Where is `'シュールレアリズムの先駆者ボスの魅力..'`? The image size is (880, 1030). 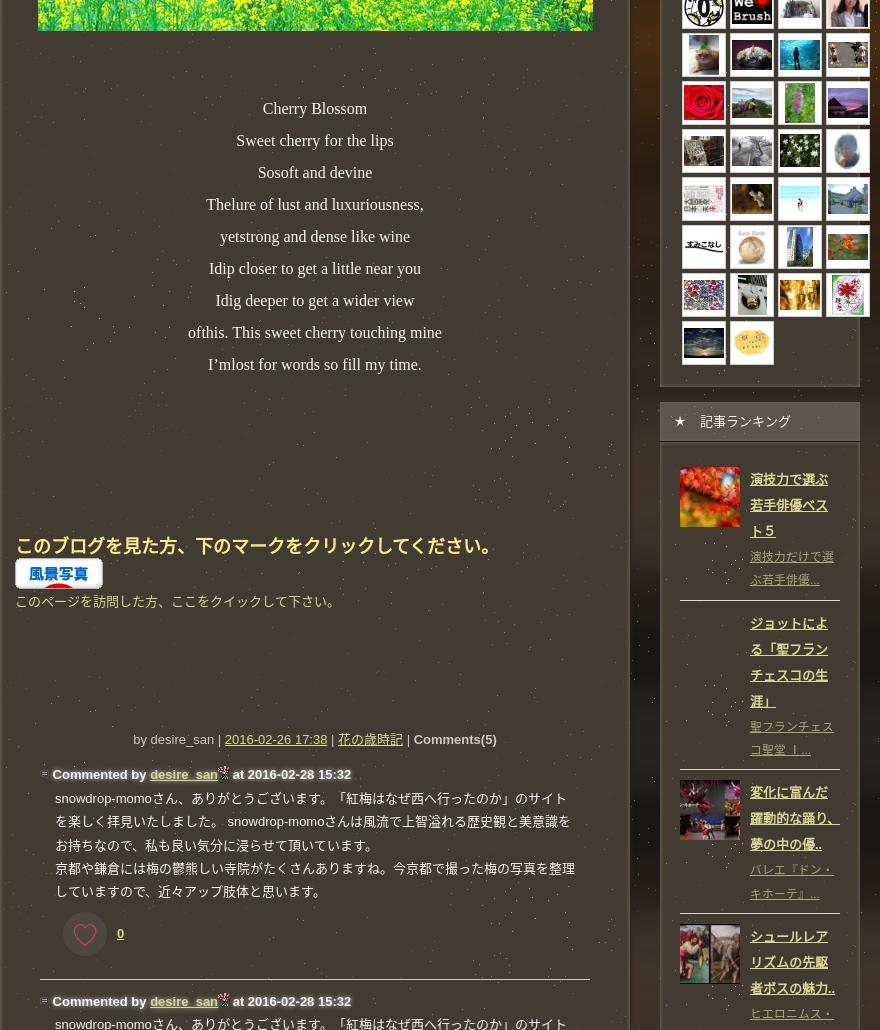 'シュールレアリズムの先駆者ボスの魅力..' is located at coordinates (792, 961).